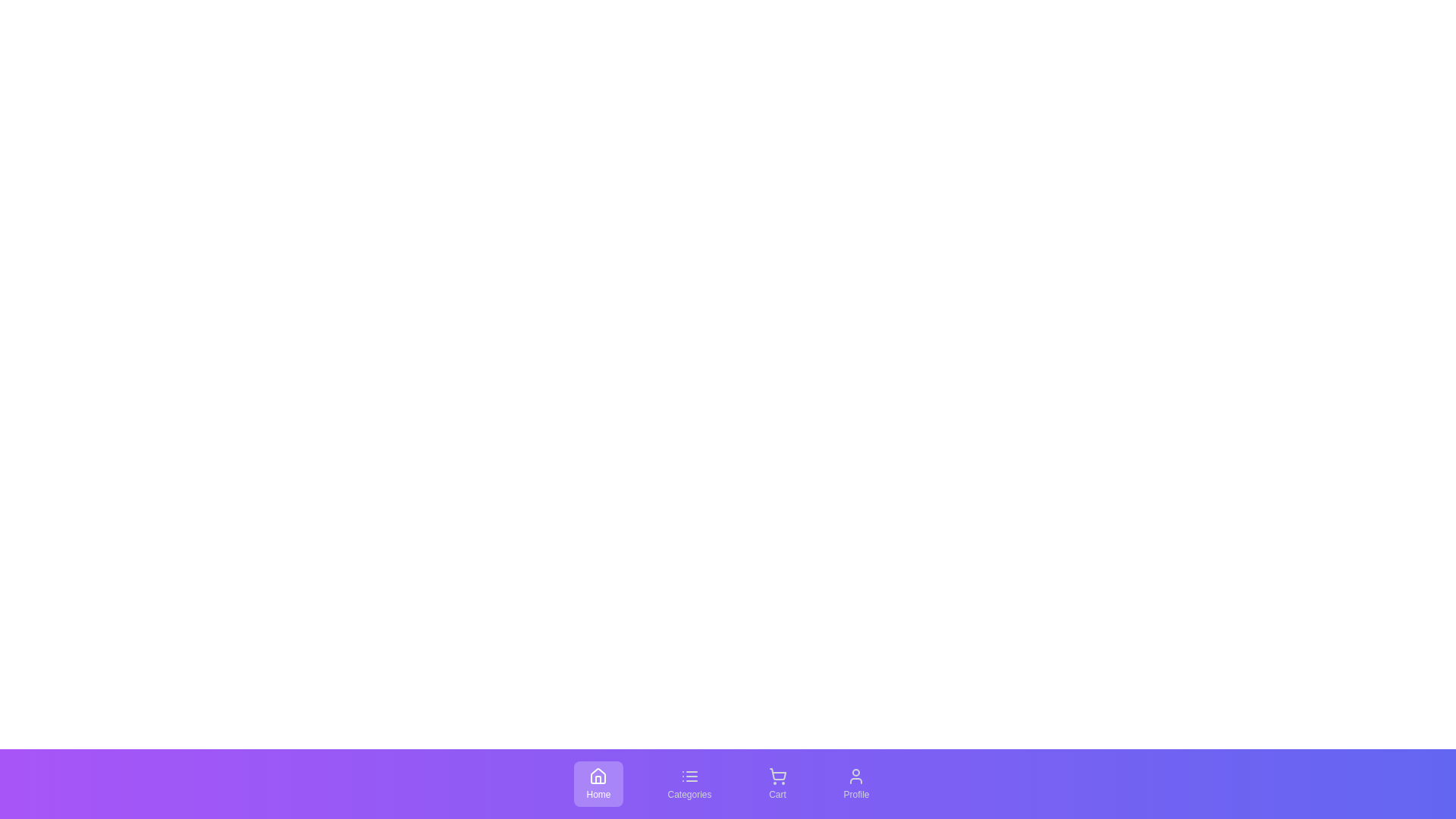  What do you see at coordinates (598, 783) in the screenshot?
I see `the tab corresponding to Home` at bounding box center [598, 783].